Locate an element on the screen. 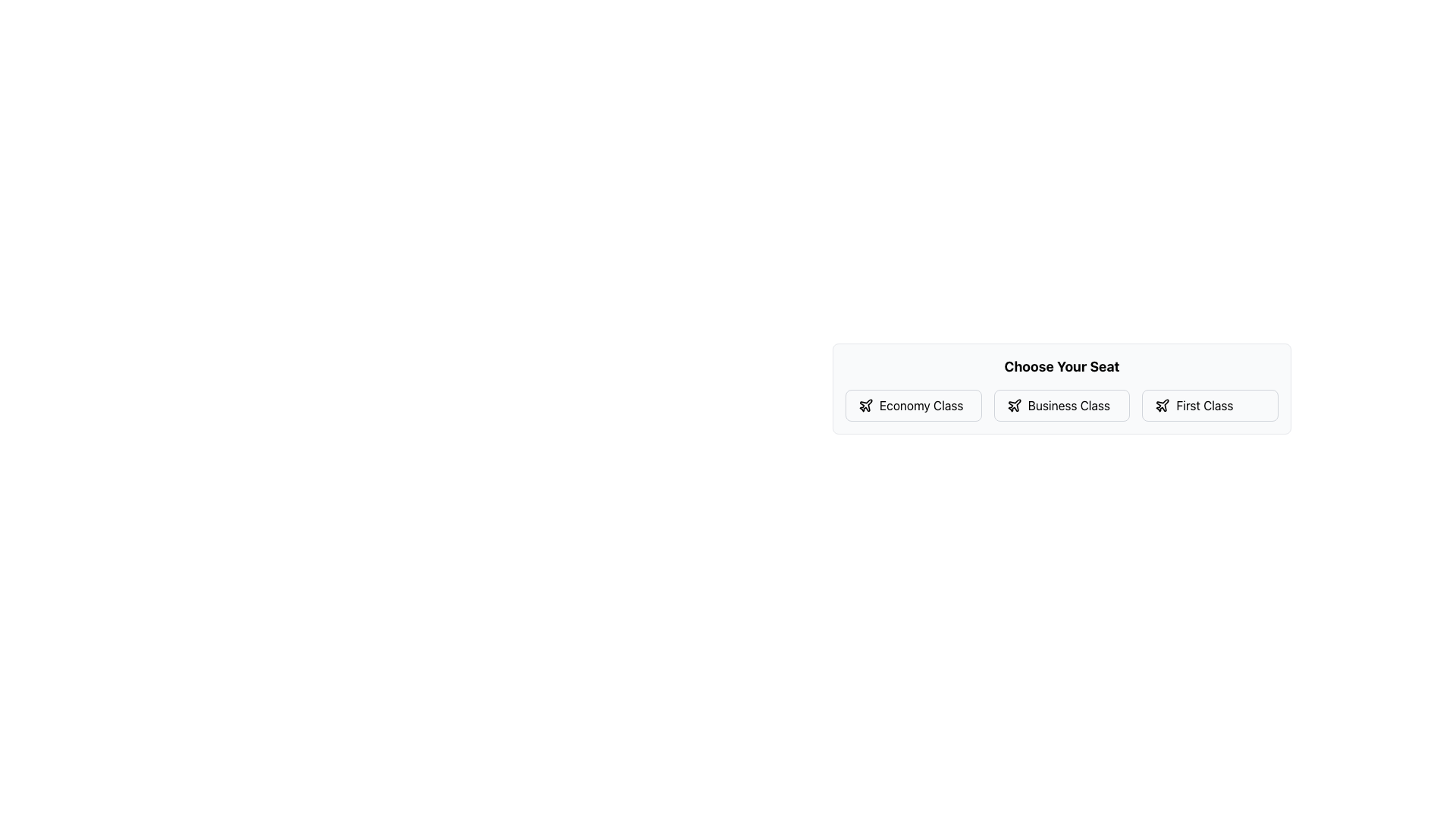  the airplane icon located in the 'Business Class' button under the 'Choose Your Seat' section is located at coordinates (1014, 404).